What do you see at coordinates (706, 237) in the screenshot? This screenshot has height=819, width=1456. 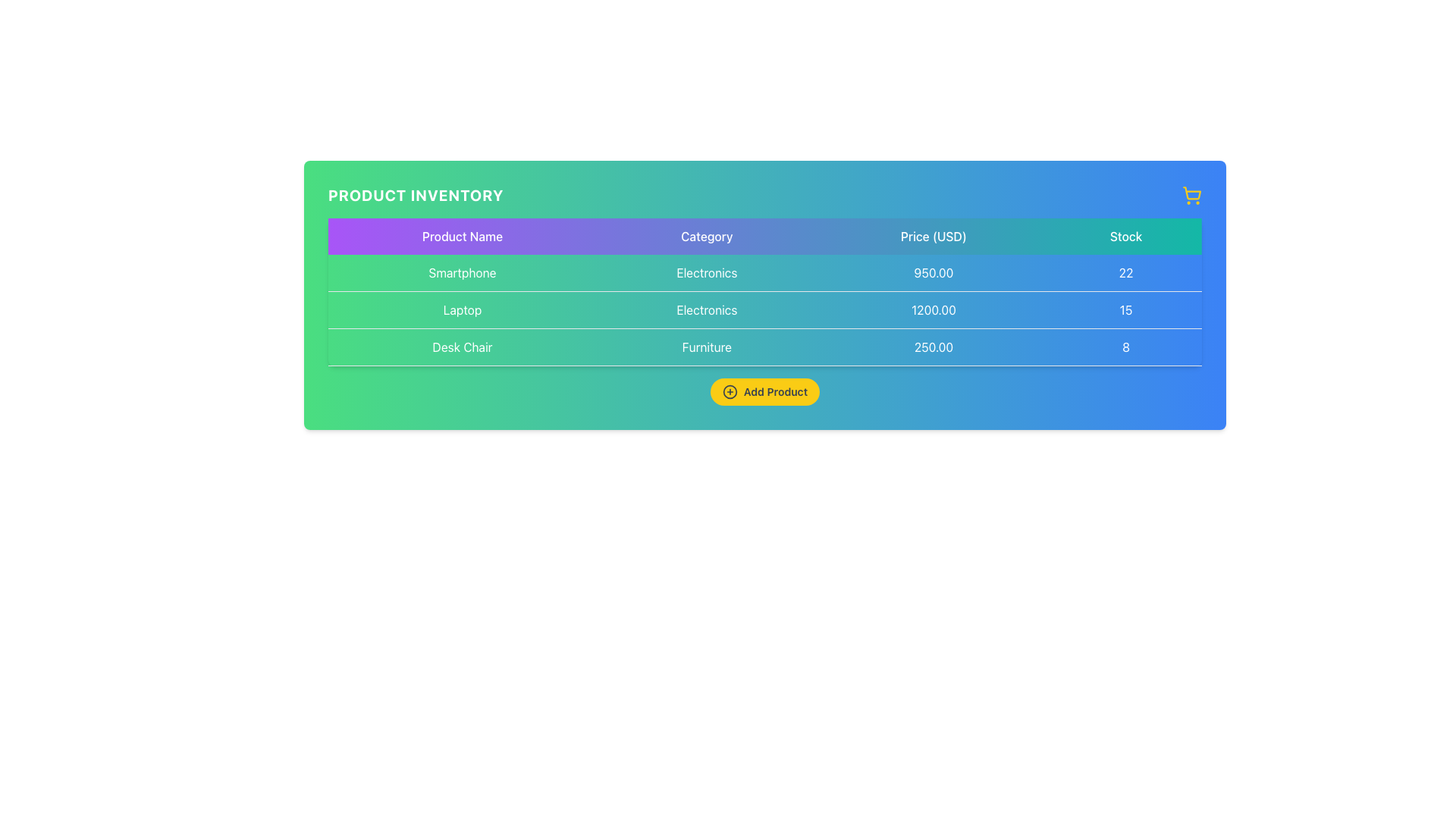 I see `the column header Label that indicates the category for inventory items, positioned between 'Product Name' and 'Price (USD)'` at bounding box center [706, 237].